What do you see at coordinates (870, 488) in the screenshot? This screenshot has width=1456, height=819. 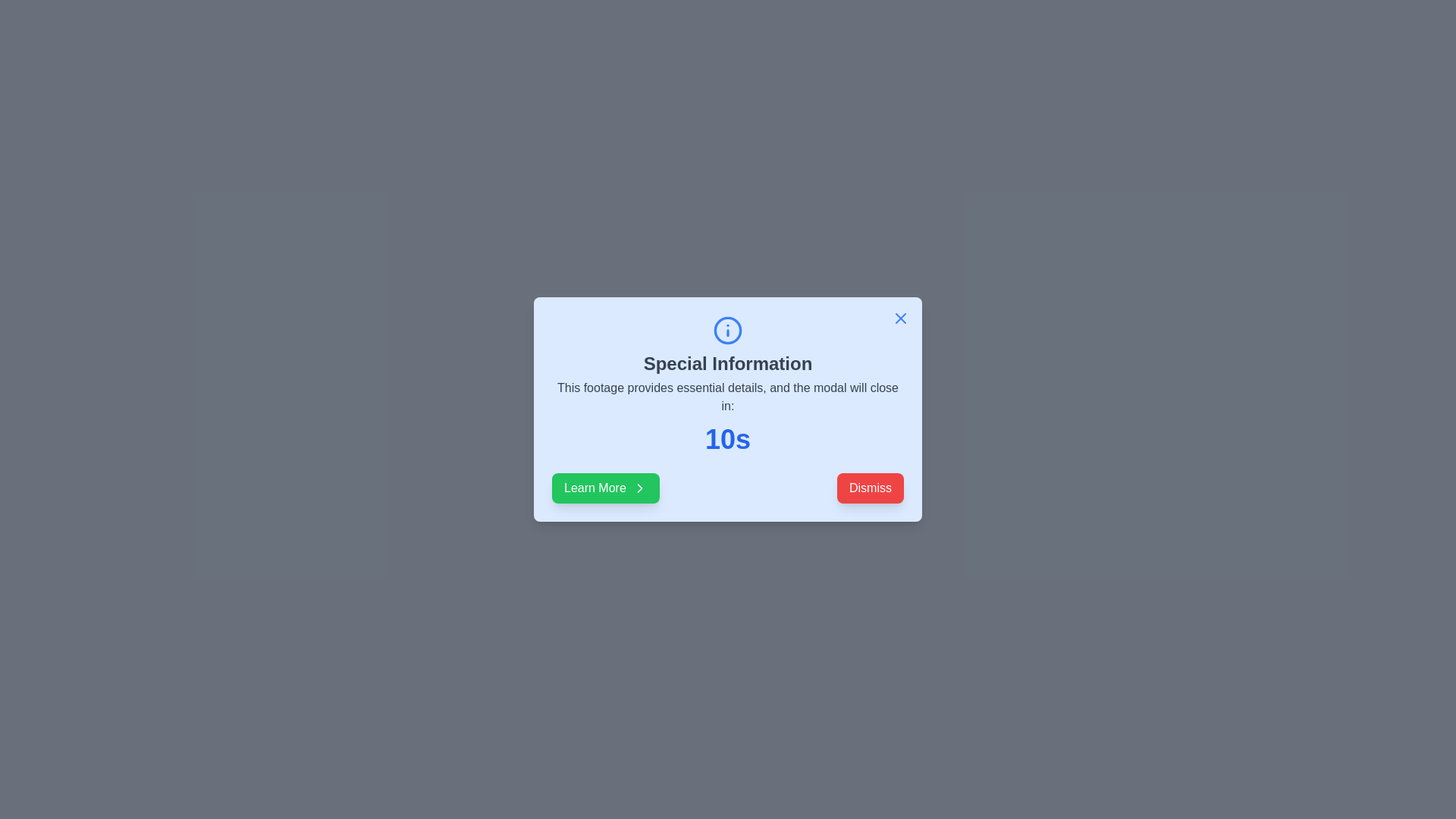 I see `the rectangular button with a red background and white text labeled 'Dismiss' to change its background color to a darker red` at bounding box center [870, 488].